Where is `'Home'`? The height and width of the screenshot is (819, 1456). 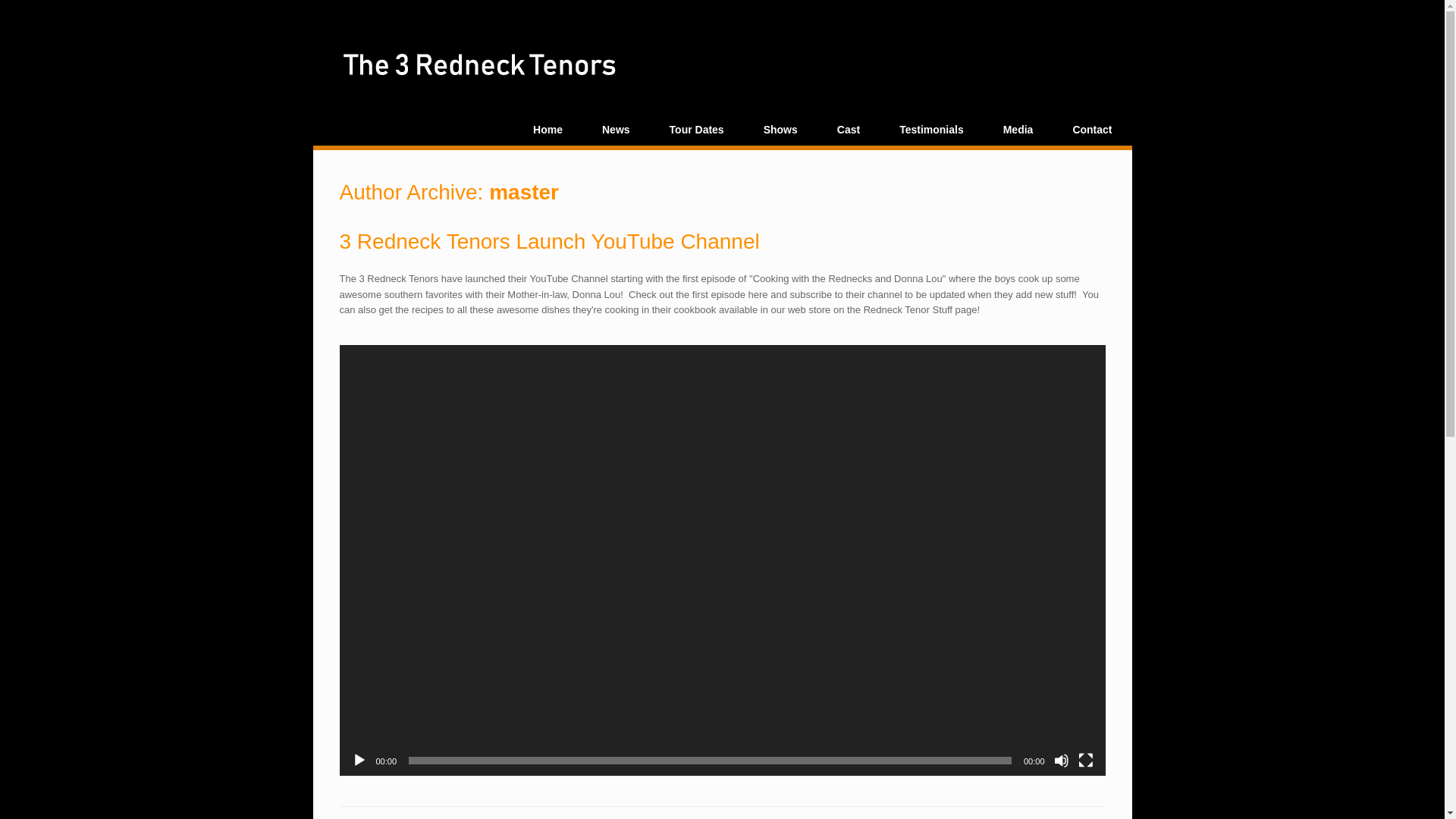 'Home' is located at coordinates (513, 128).